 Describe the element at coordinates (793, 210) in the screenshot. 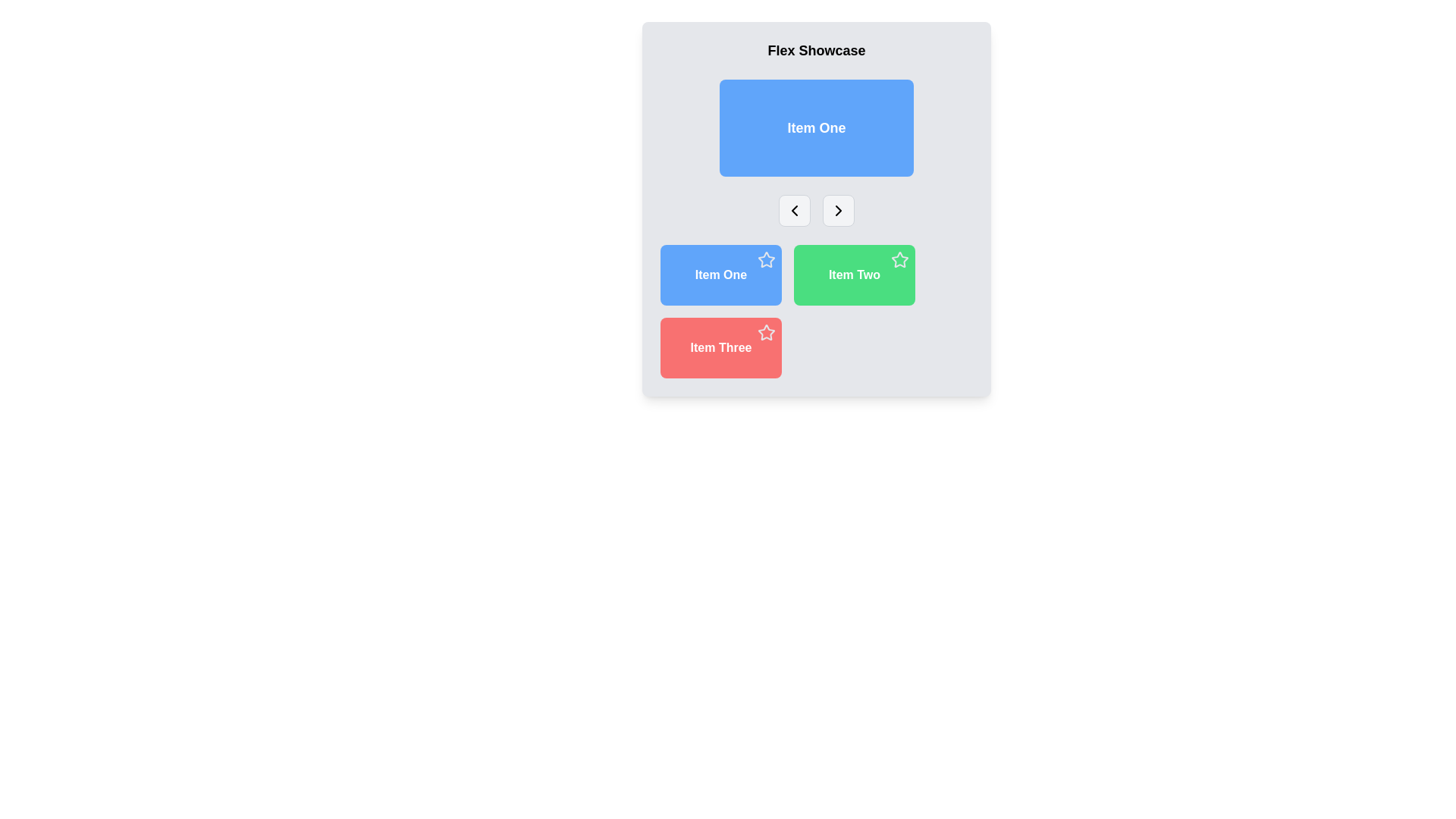

I see `the navigation button with a chevron-left icon` at that location.